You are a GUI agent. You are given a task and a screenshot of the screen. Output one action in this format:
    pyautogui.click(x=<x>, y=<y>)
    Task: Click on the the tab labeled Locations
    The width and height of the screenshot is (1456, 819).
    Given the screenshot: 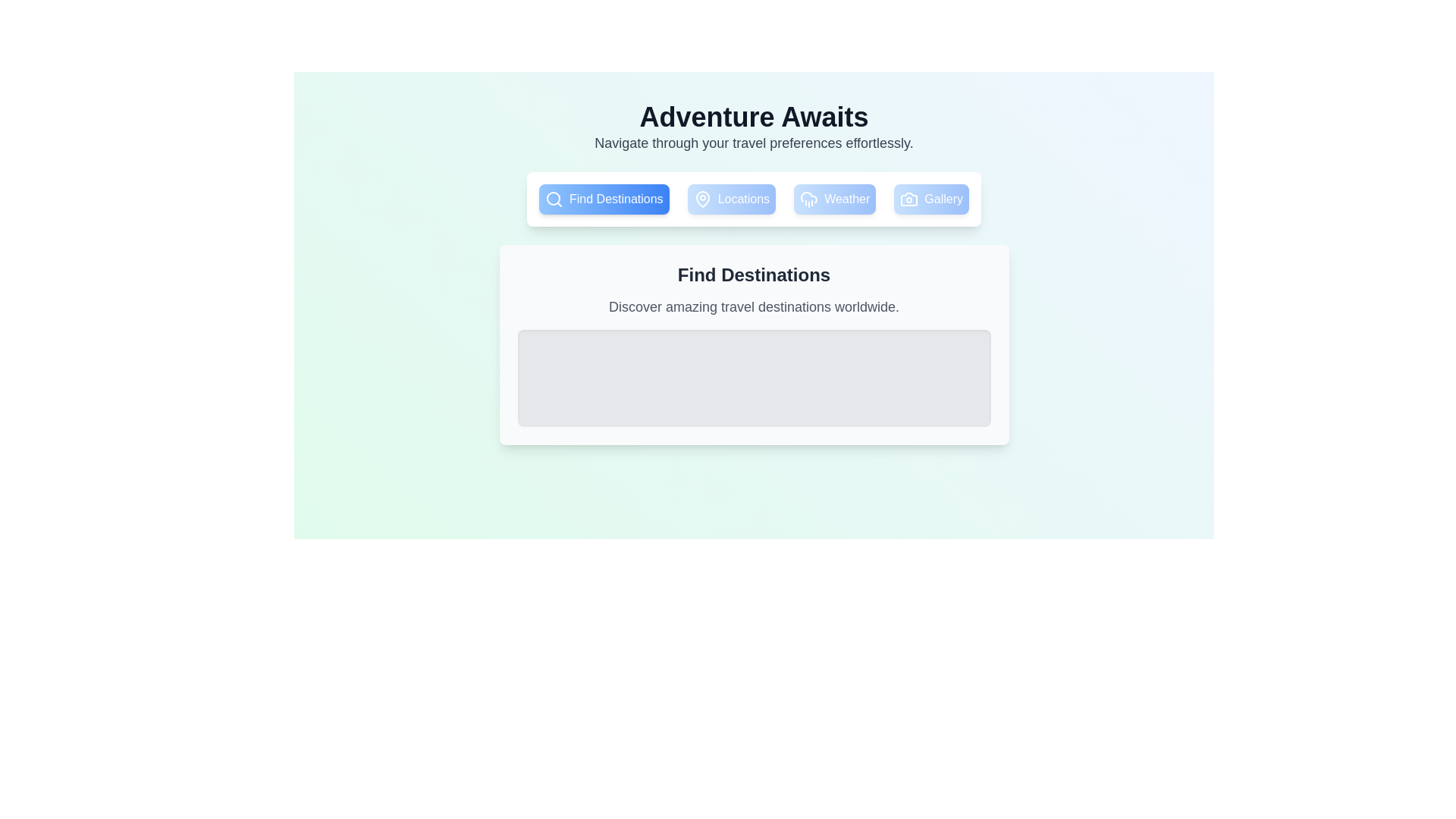 What is the action you would take?
    pyautogui.click(x=731, y=198)
    